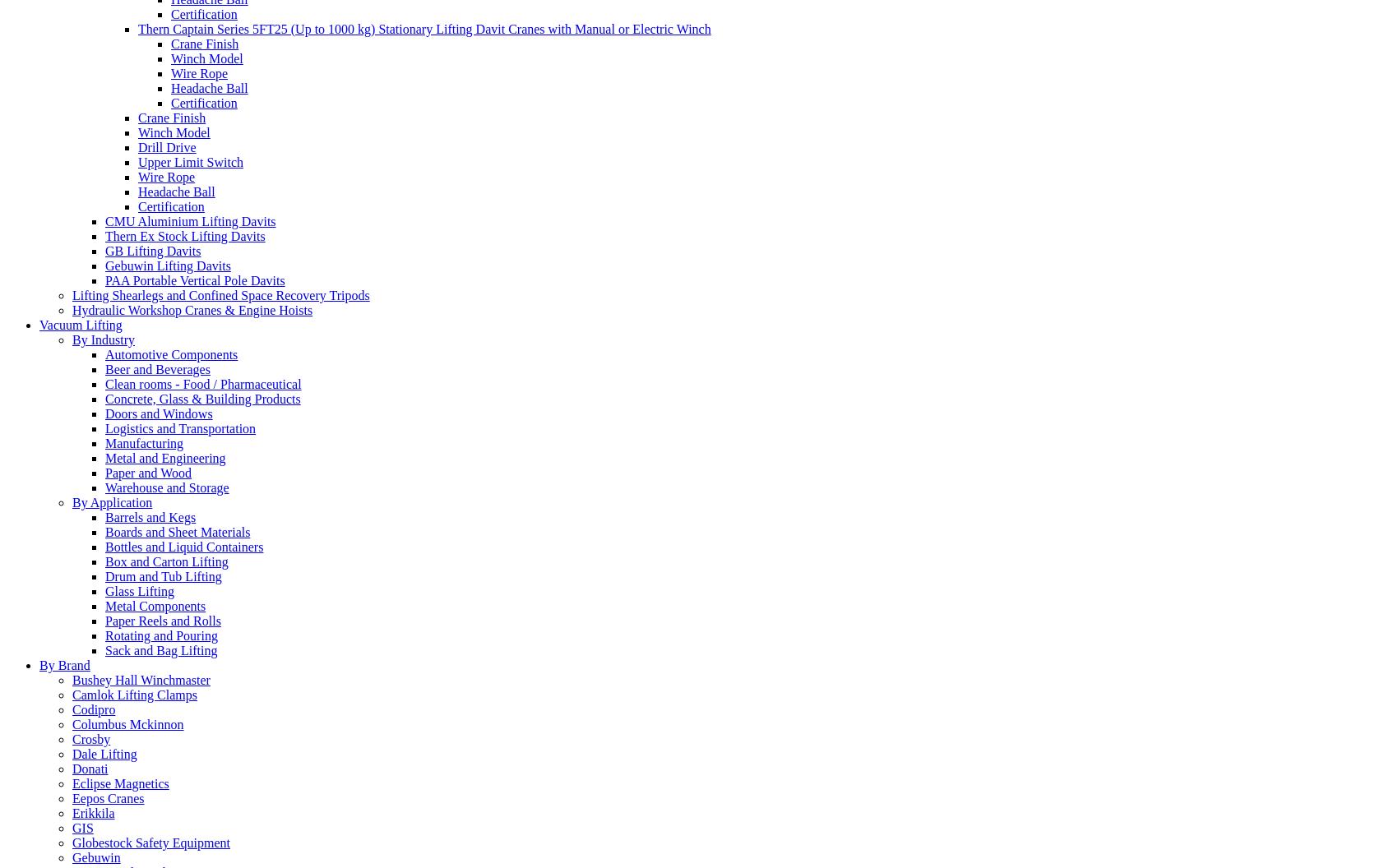  What do you see at coordinates (160, 634) in the screenshot?
I see `'Rotating and Pouring'` at bounding box center [160, 634].